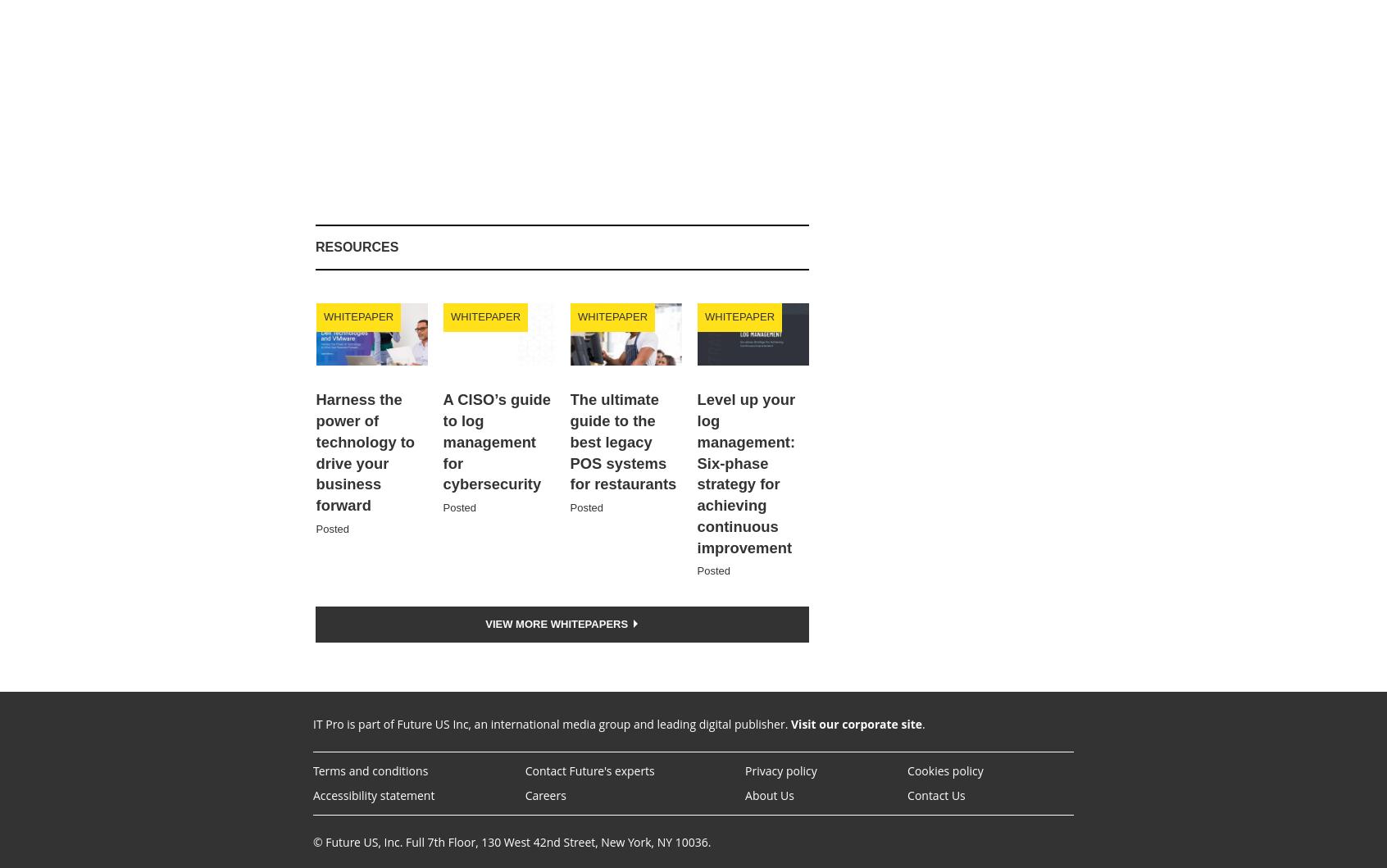 The height and width of the screenshot is (868, 1387). What do you see at coordinates (588, 770) in the screenshot?
I see `'Contact Future's experts'` at bounding box center [588, 770].